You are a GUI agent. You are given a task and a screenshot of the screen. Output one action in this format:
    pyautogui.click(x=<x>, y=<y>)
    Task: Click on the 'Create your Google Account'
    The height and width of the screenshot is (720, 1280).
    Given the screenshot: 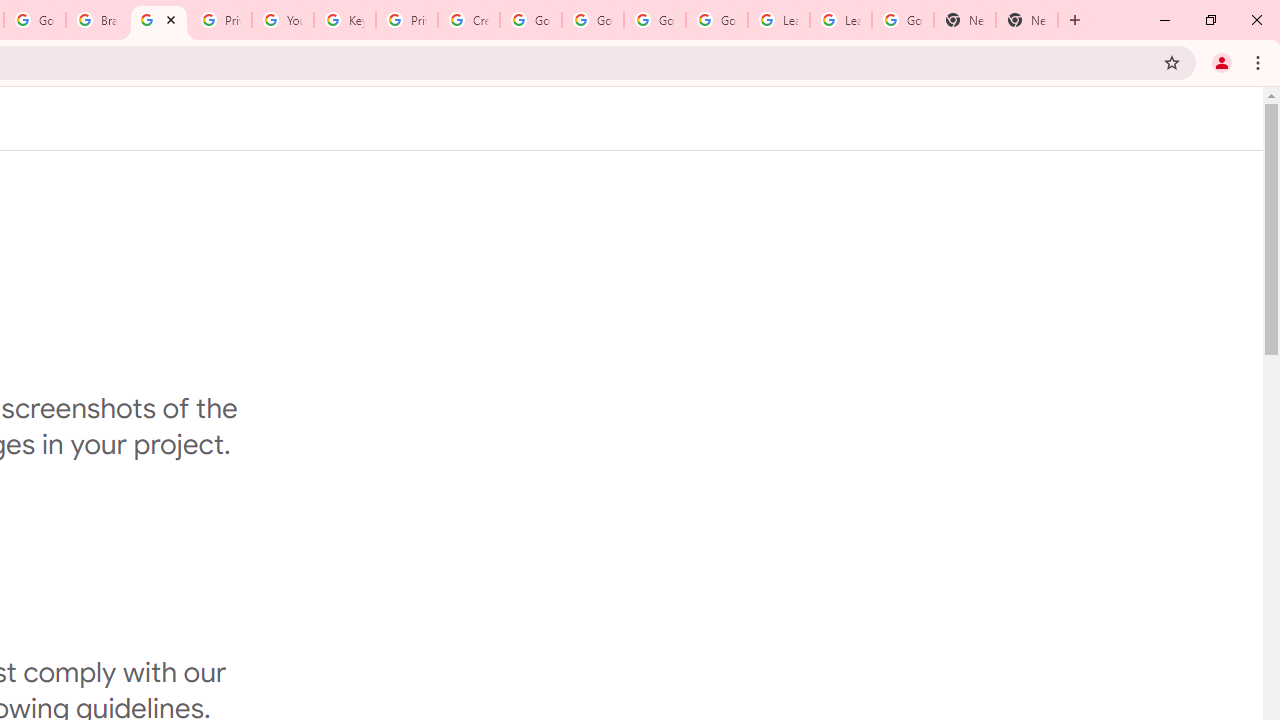 What is the action you would take?
    pyautogui.click(x=468, y=20)
    